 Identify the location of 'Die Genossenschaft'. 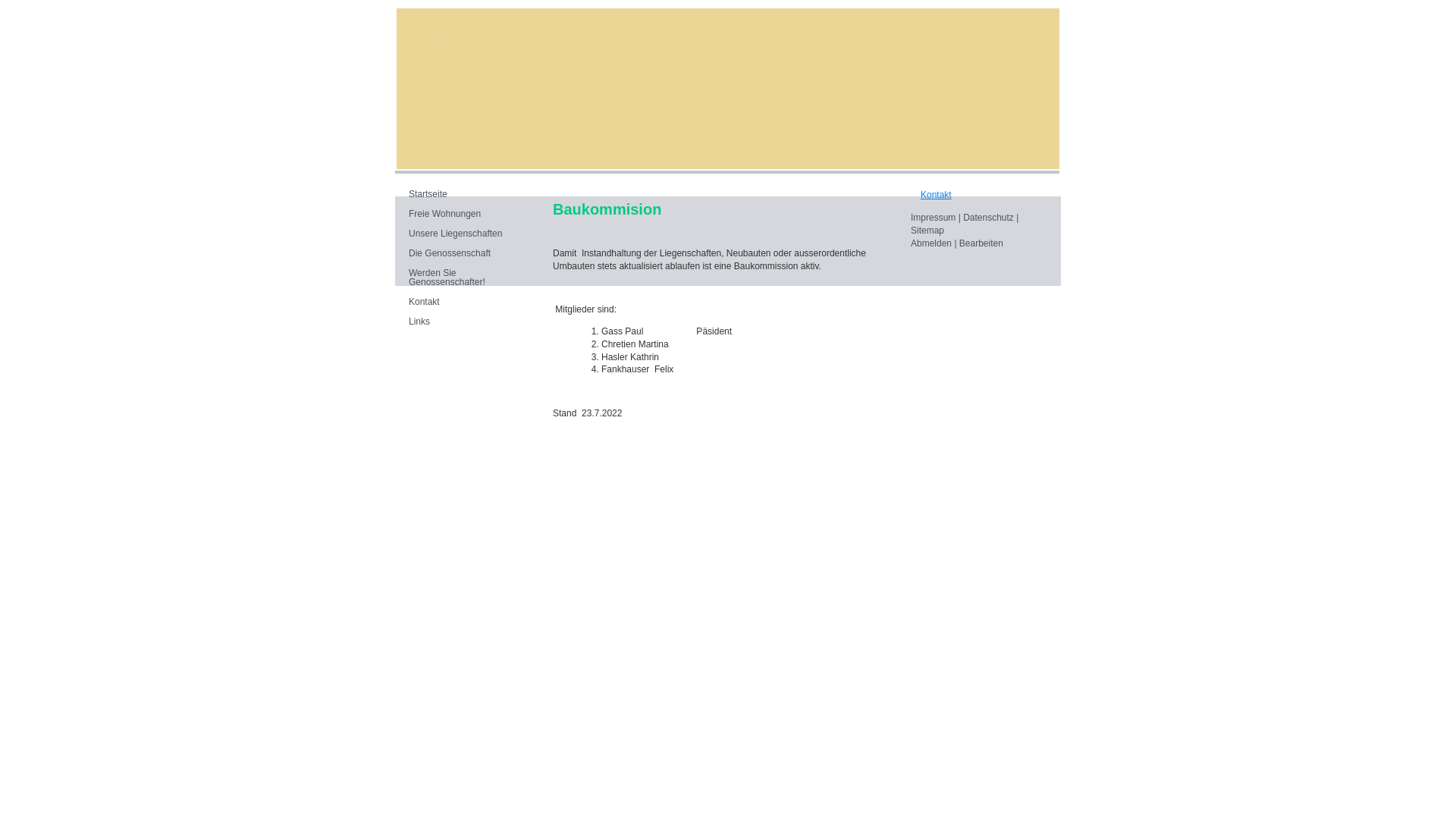
(466, 253).